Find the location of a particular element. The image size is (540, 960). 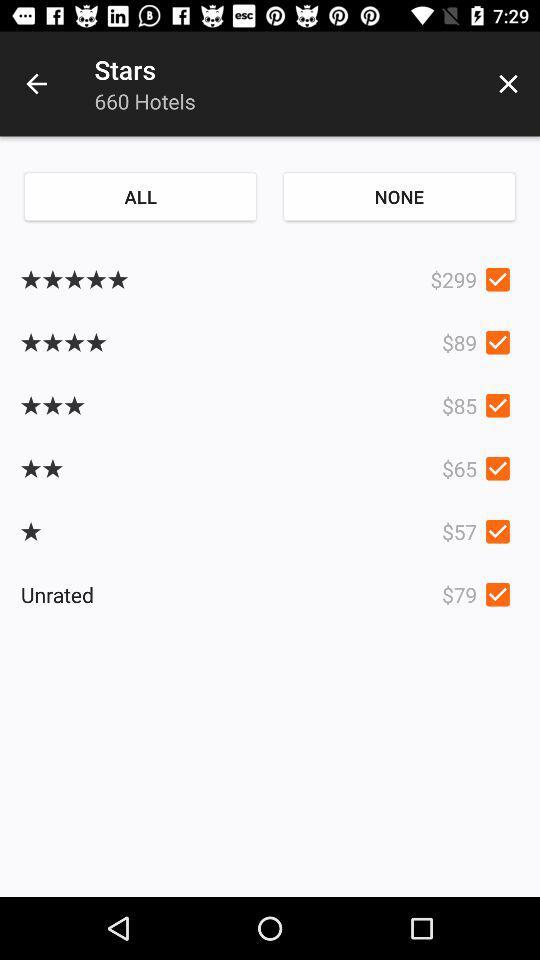

item next to none is located at coordinates (139, 196).